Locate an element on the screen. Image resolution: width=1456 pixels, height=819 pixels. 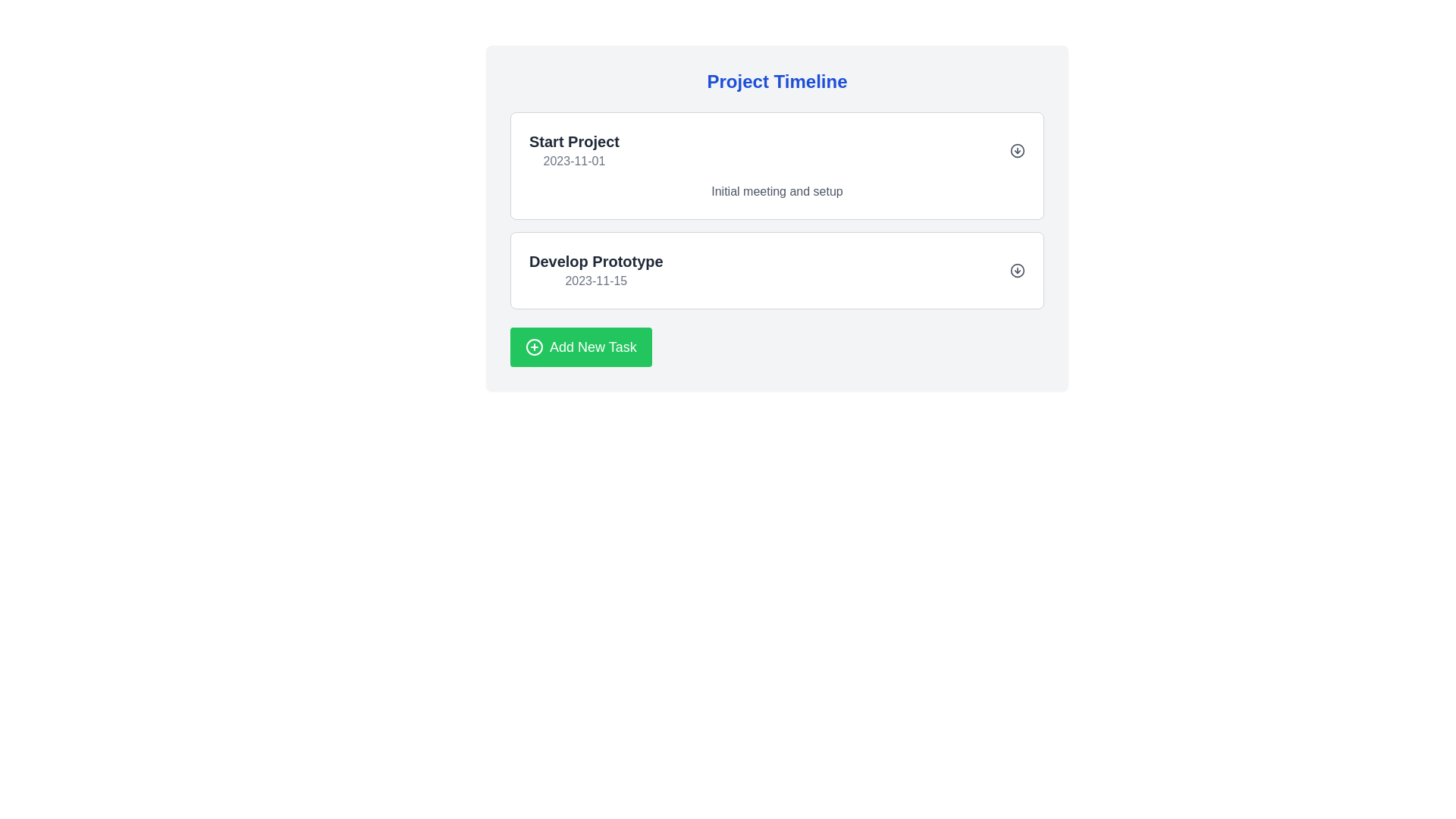
the static text label element displaying 'Develop Prototype' is located at coordinates (595, 260).